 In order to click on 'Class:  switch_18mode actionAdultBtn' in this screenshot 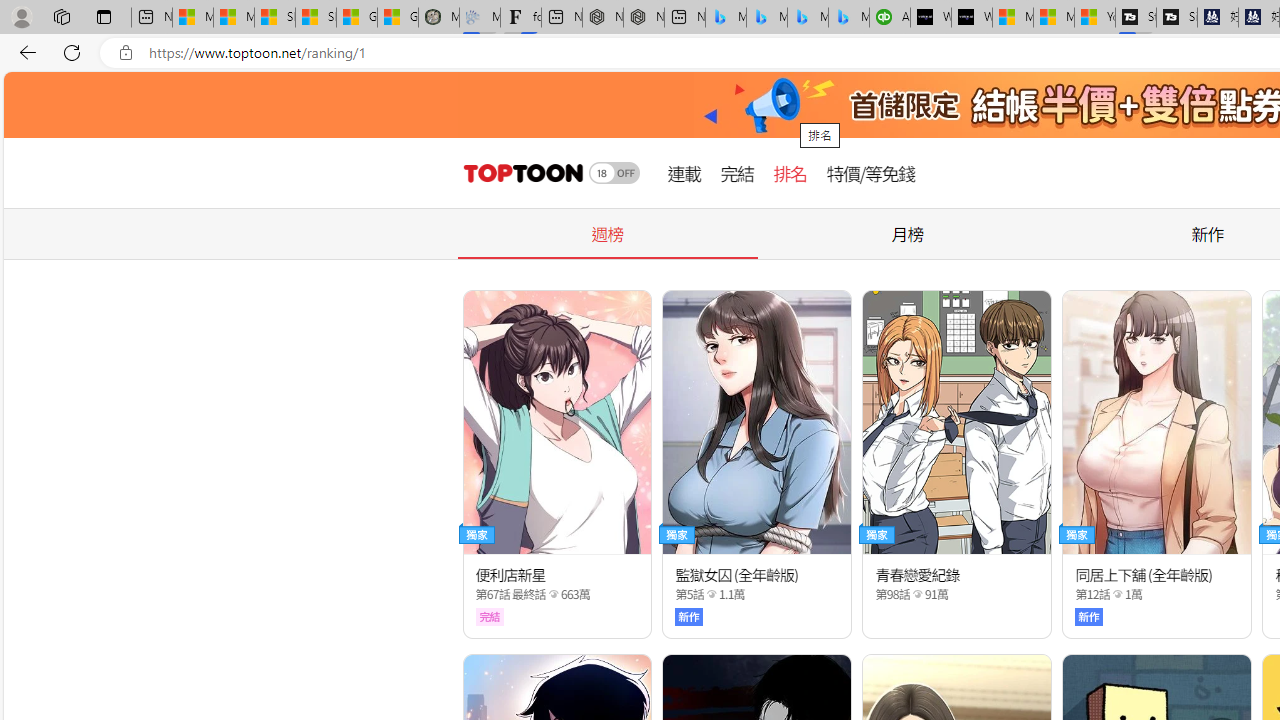, I will do `click(614, 172)`.